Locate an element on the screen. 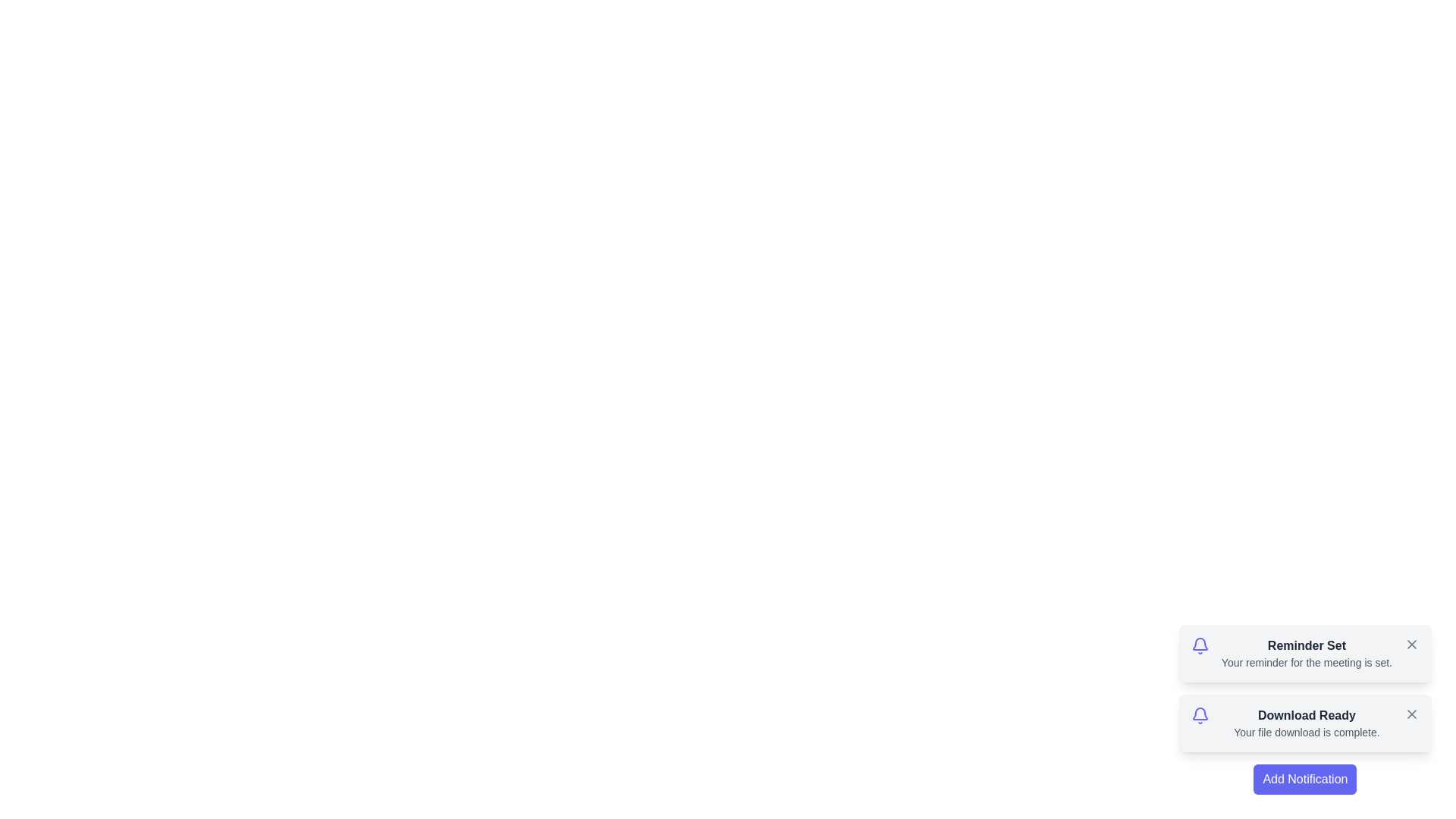 This screenshot has height=819, width=1456. the static text element that provides additional details about the 'Reminder Set' notification, positioned directly beneath the 'Reminder Set' title in the upper-right corner of the interface is located at coordinates (1306, 662).